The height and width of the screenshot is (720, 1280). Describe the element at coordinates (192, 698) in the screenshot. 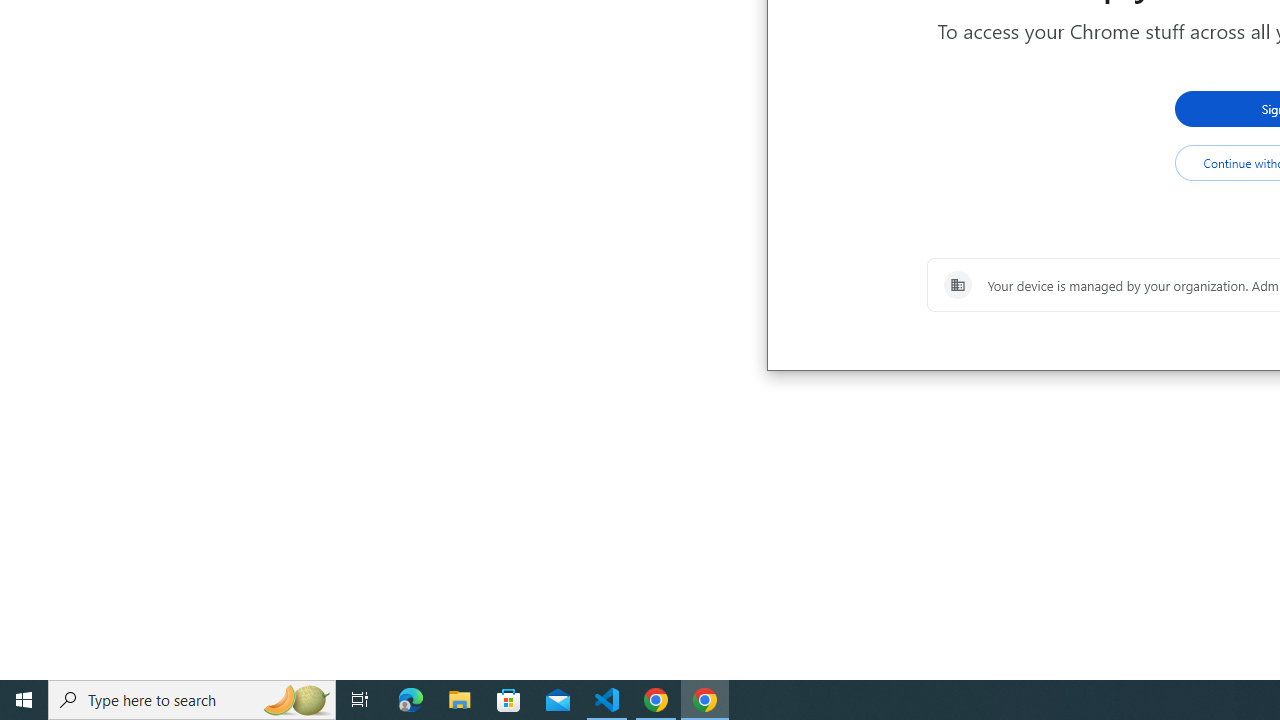

I see `'Type here to search'` at that location.